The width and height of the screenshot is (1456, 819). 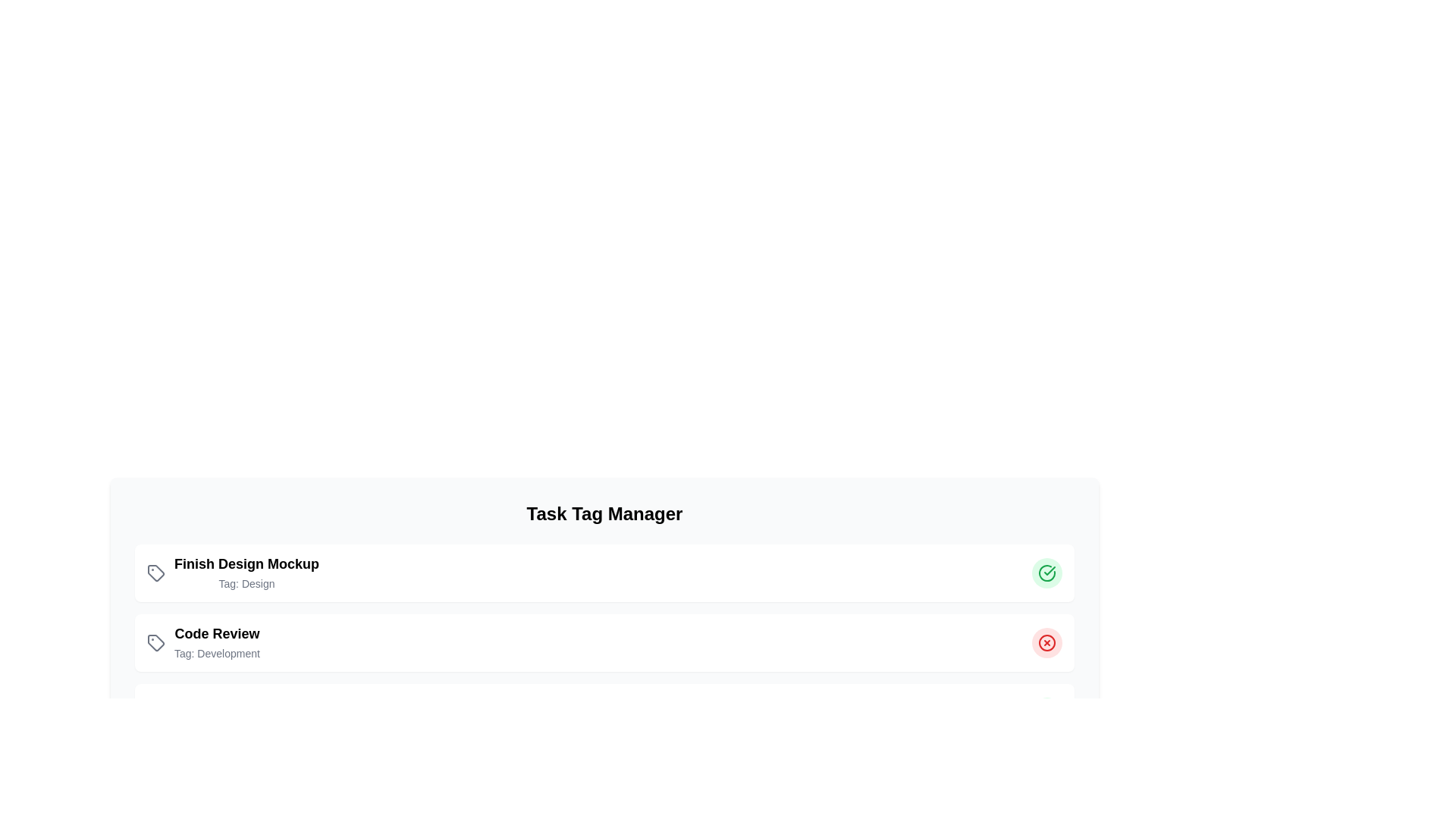 I want to click on the text element that serves as the title or description of the task, located at the upper-left region of the first task block in a vertically structured list, so click(x=246, y=564).